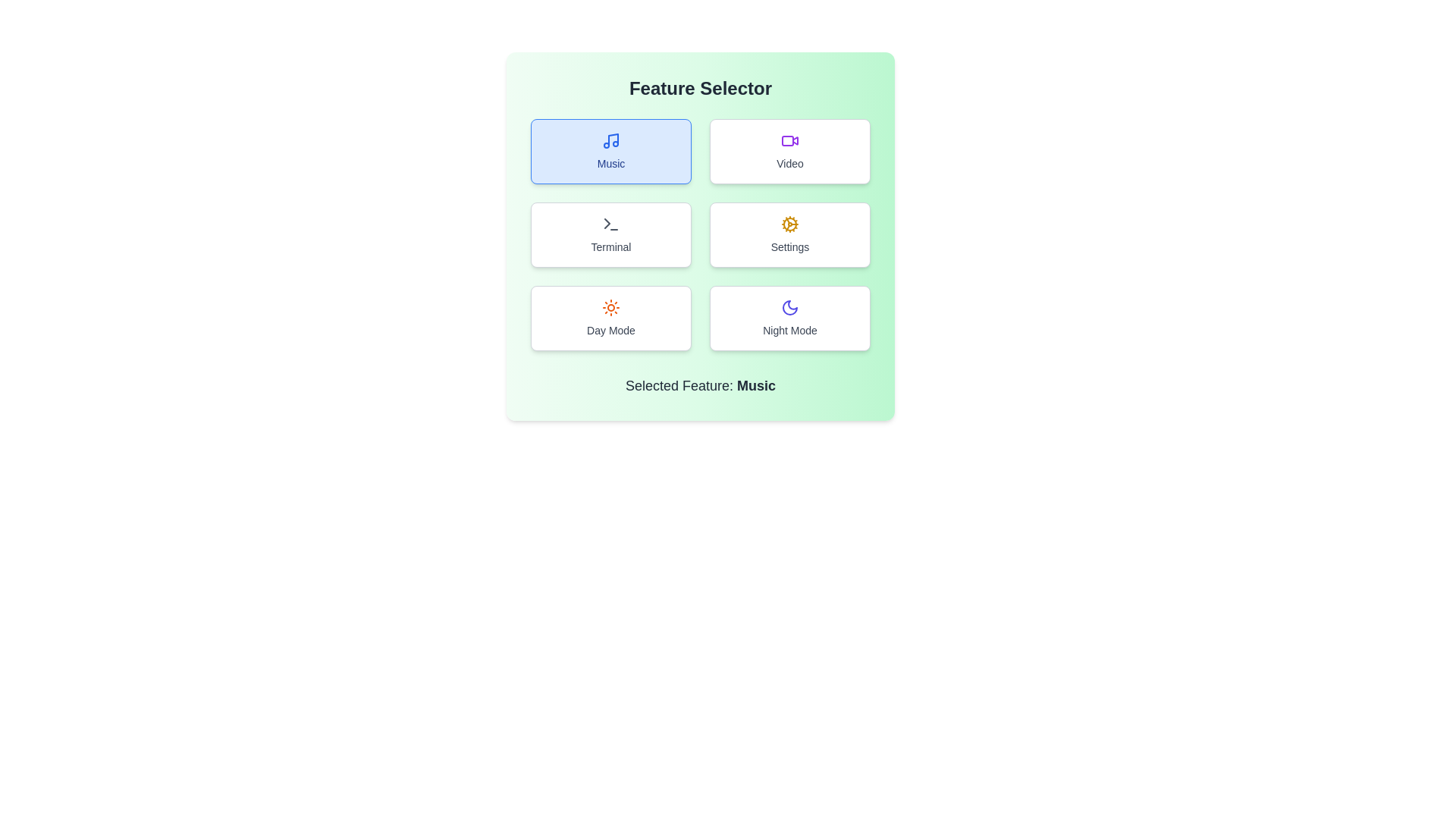 This screenshot has width=1456, height=819. What do you see at coordinates (611, 140) in the screenshot?
I see `the 'Music' icon located` at bounding box center [611, 140].